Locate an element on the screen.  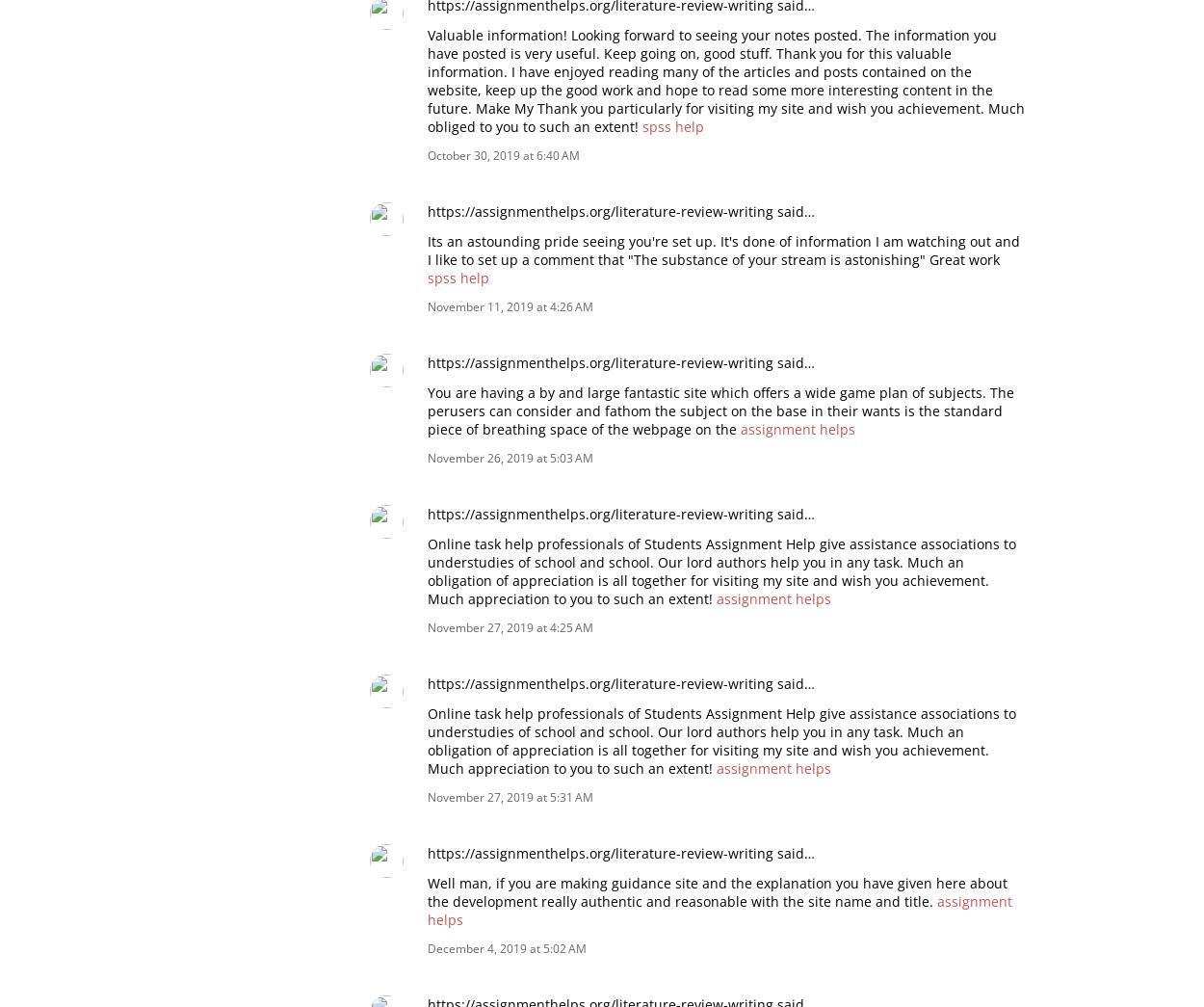
'October 30, 2019 at 6:40 AM' is located at coordinates (504, 153).